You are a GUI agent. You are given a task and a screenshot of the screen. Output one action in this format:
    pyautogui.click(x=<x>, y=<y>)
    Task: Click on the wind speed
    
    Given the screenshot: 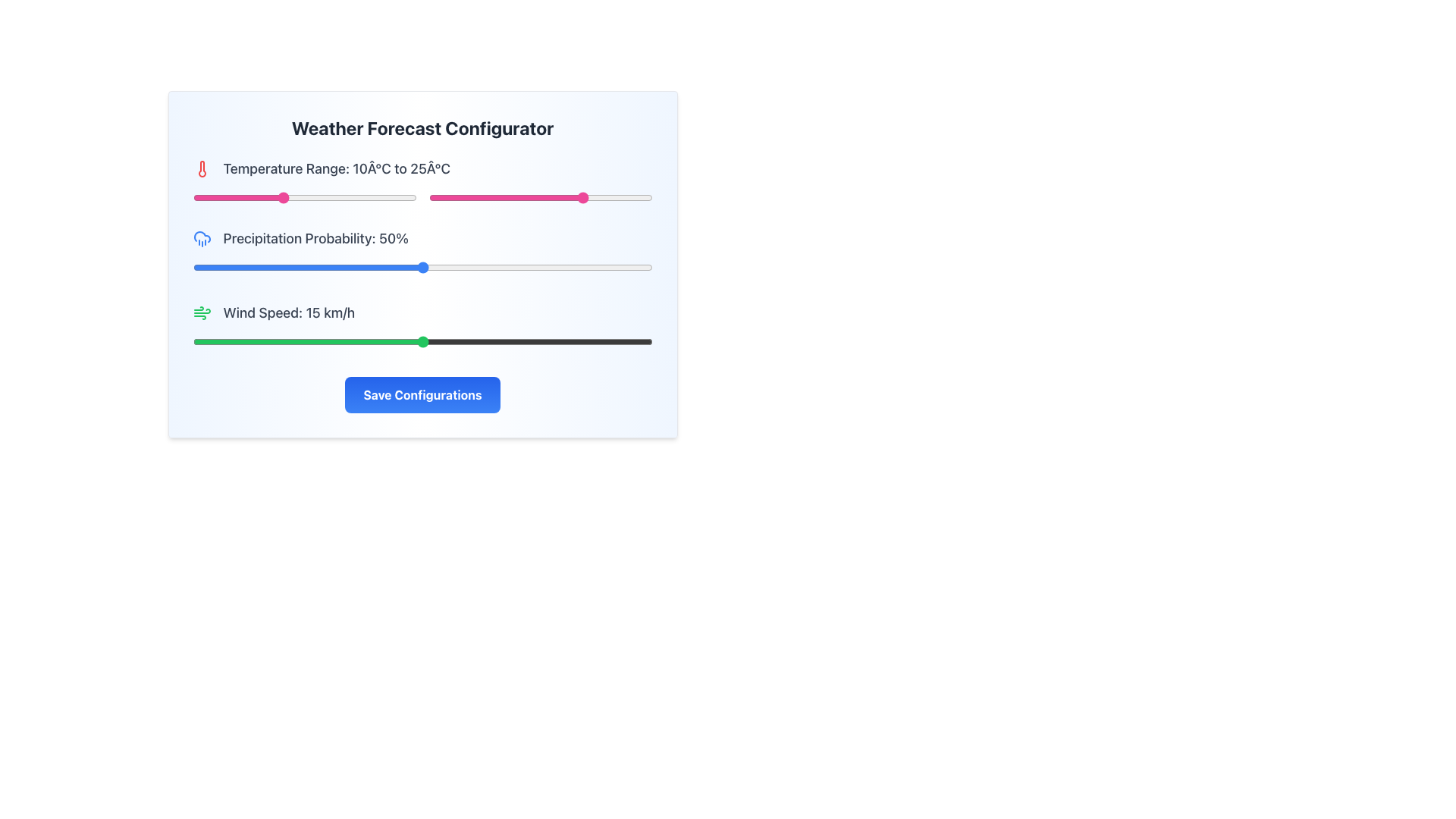 What is the action you would take?
    pyautogui.click(x=269, y=342)
    